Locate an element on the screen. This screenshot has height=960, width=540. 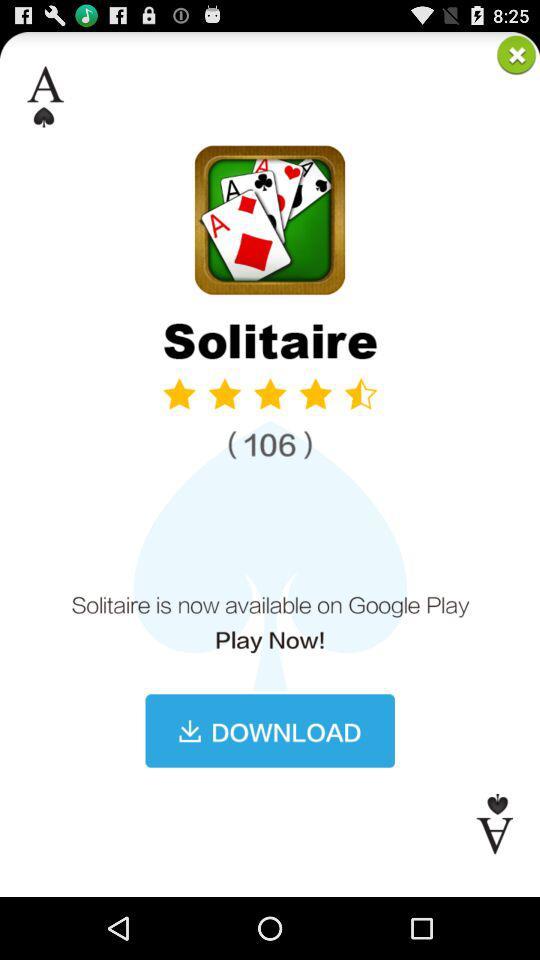
closing the solitaire is located at coordinates (516, 53).